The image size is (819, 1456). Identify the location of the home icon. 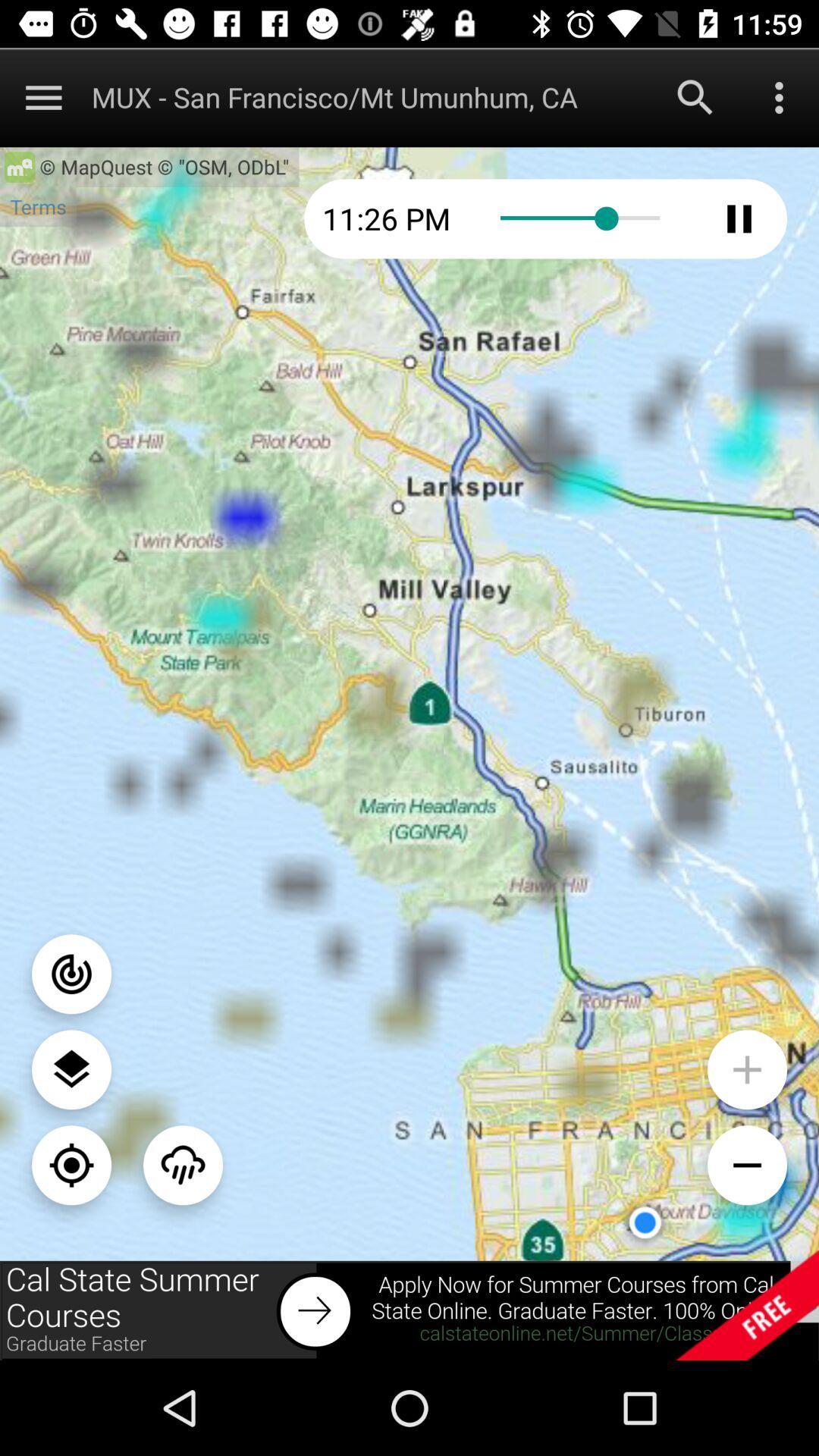
(20, 167).